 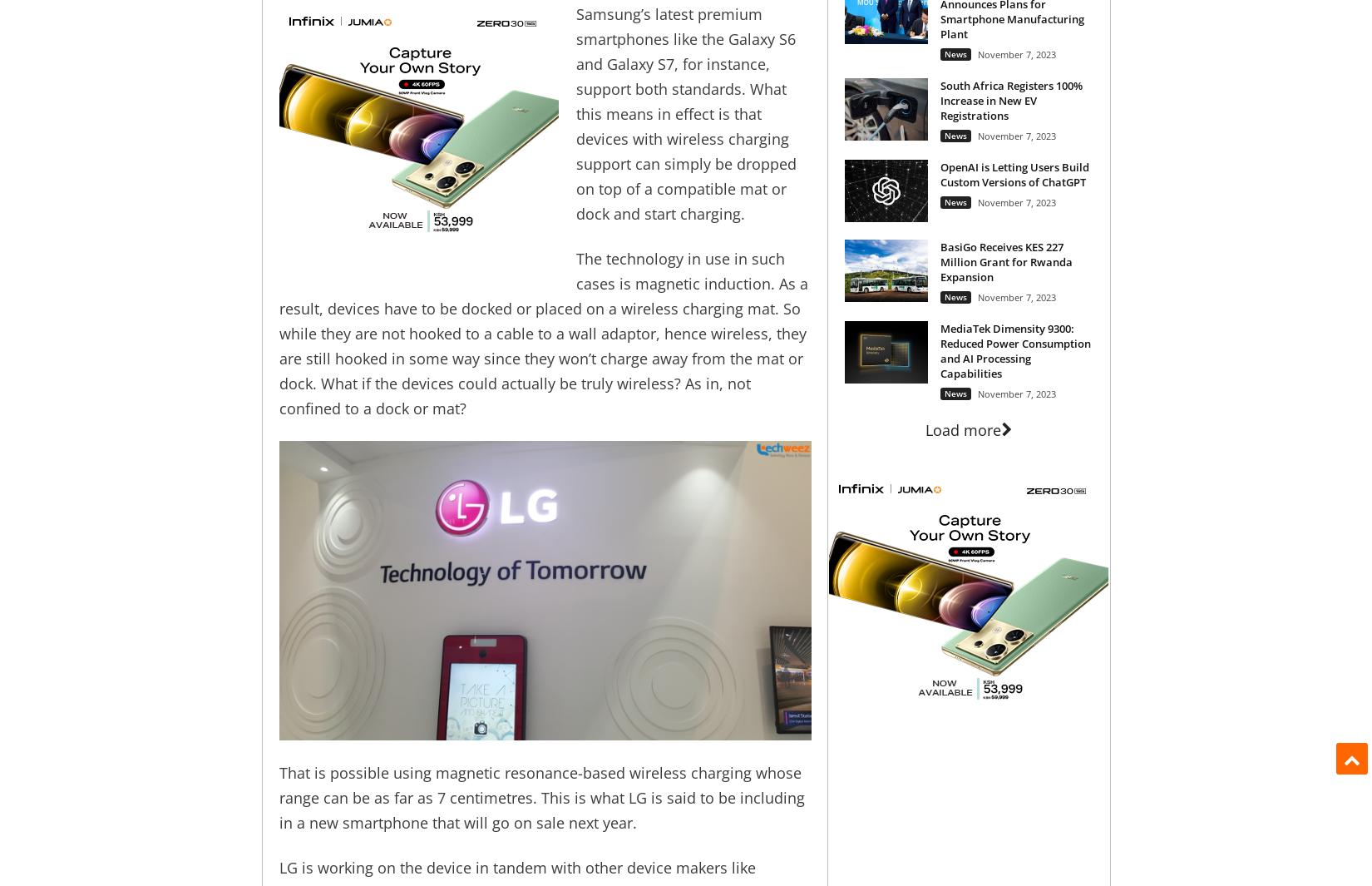 I want to click on 'South Africa Registers 100% Increase in New EV Registrations', so click(x=939, y=99).